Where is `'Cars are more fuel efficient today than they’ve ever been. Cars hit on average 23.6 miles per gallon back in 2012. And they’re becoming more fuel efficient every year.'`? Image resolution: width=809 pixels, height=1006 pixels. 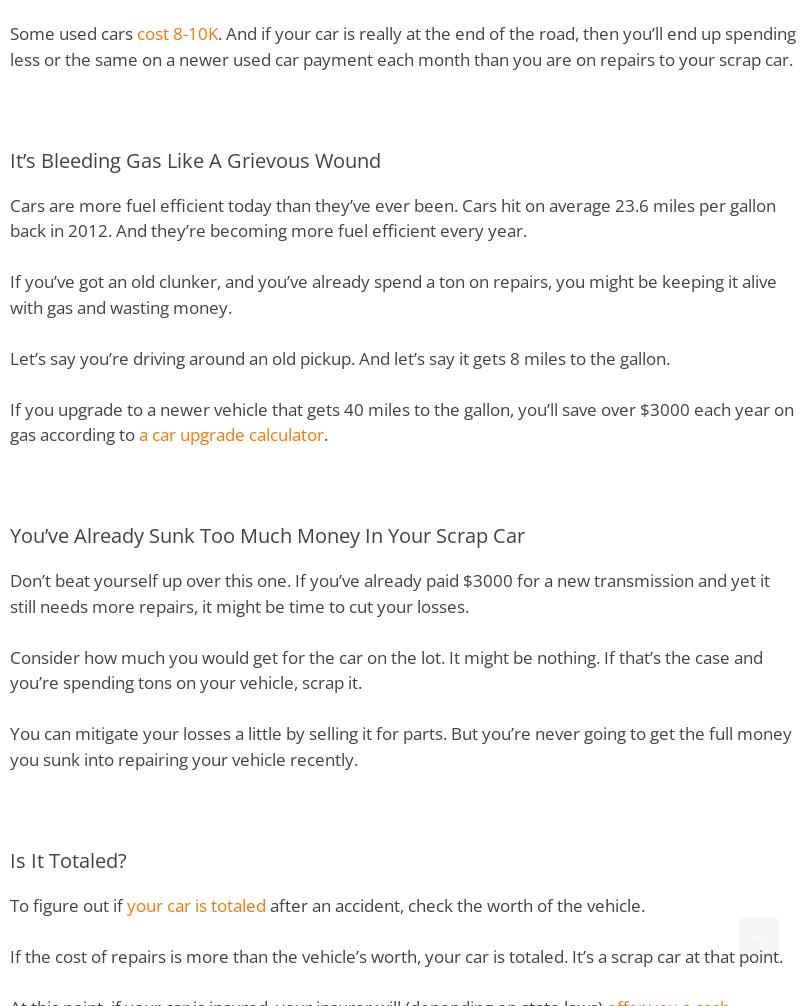
'Cars are more fuel efficient today than they’ve ever been. Cars hit on average 23.6 miles per gallon back in 2012. And they’re becoming more fuel efficient every year.' is located at coordinates (393, 217).